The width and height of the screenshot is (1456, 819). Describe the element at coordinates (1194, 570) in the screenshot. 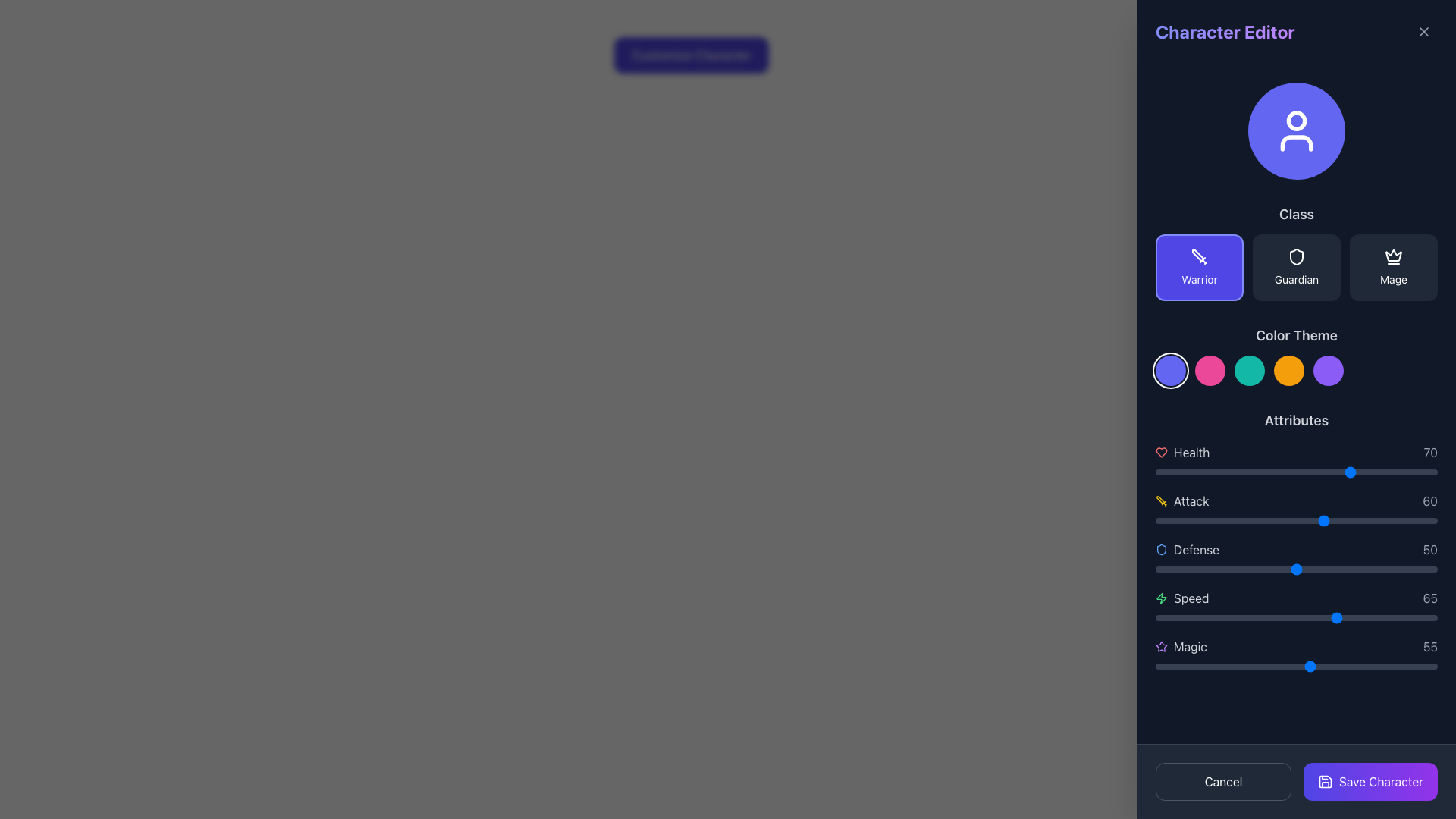

I see `the defense level` at that location.